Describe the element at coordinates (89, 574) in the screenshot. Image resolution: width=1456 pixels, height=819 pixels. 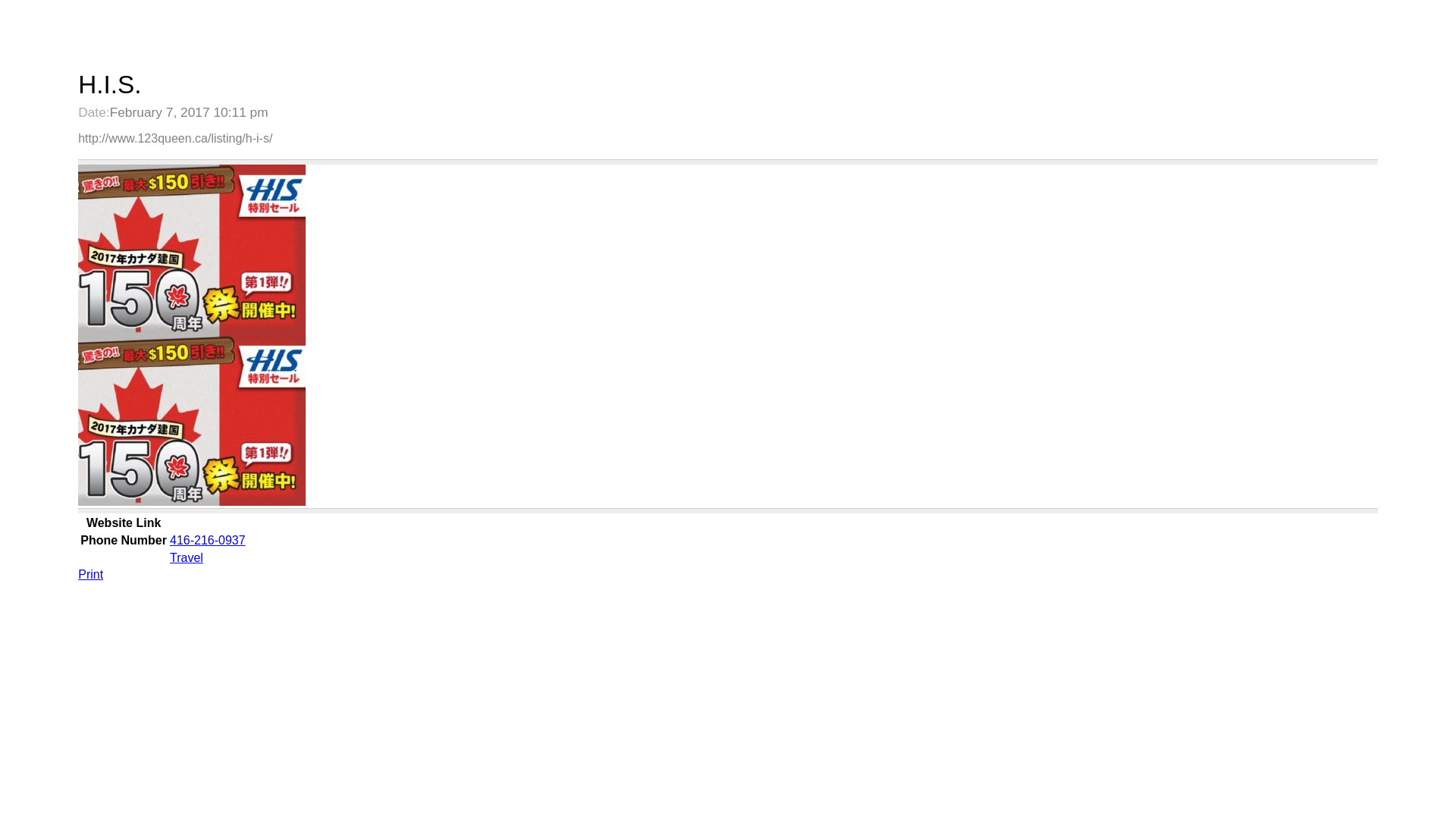
I see `'Print'` at that location.